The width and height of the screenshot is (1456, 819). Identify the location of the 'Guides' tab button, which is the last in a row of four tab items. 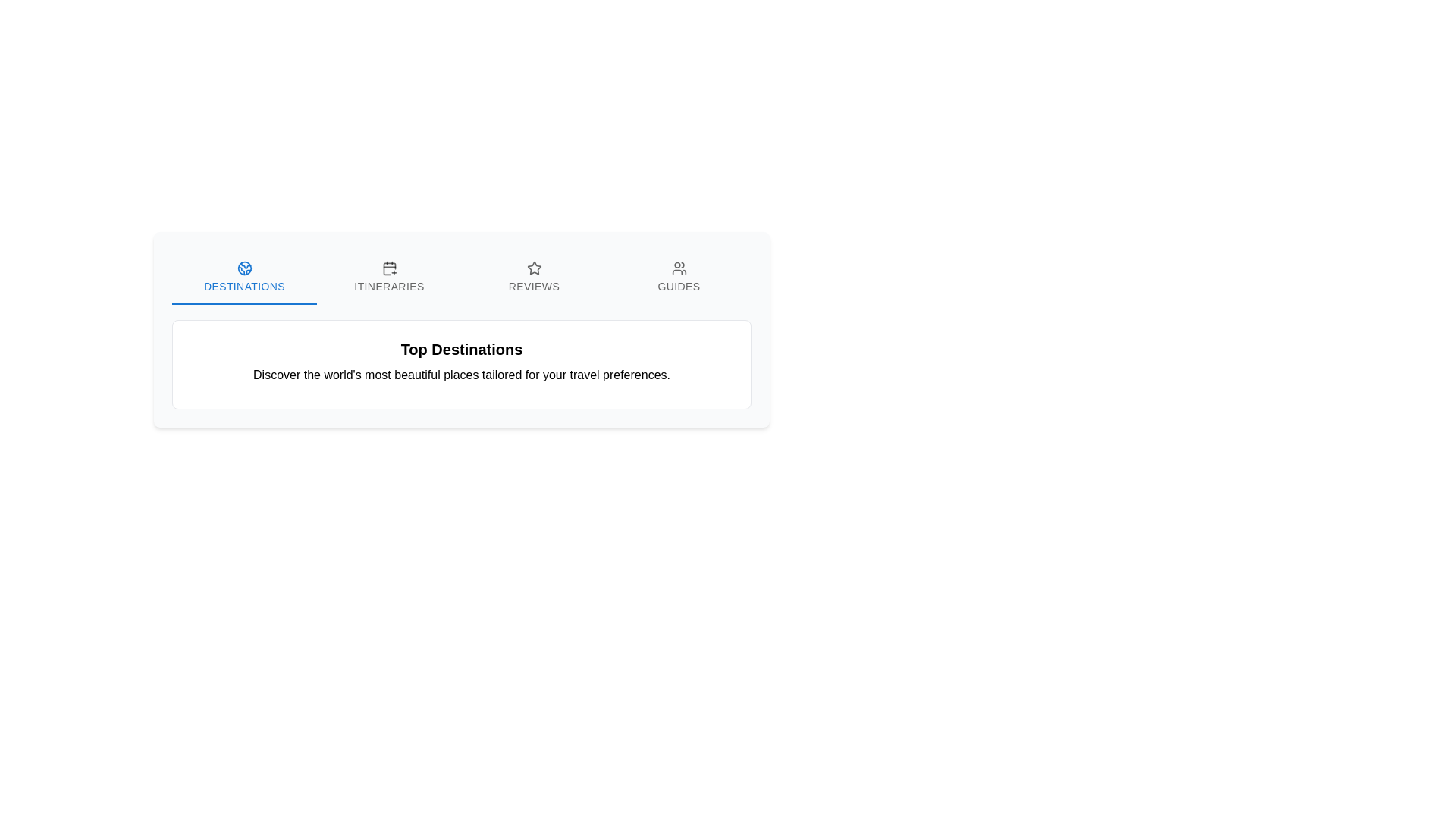
(678, 278).